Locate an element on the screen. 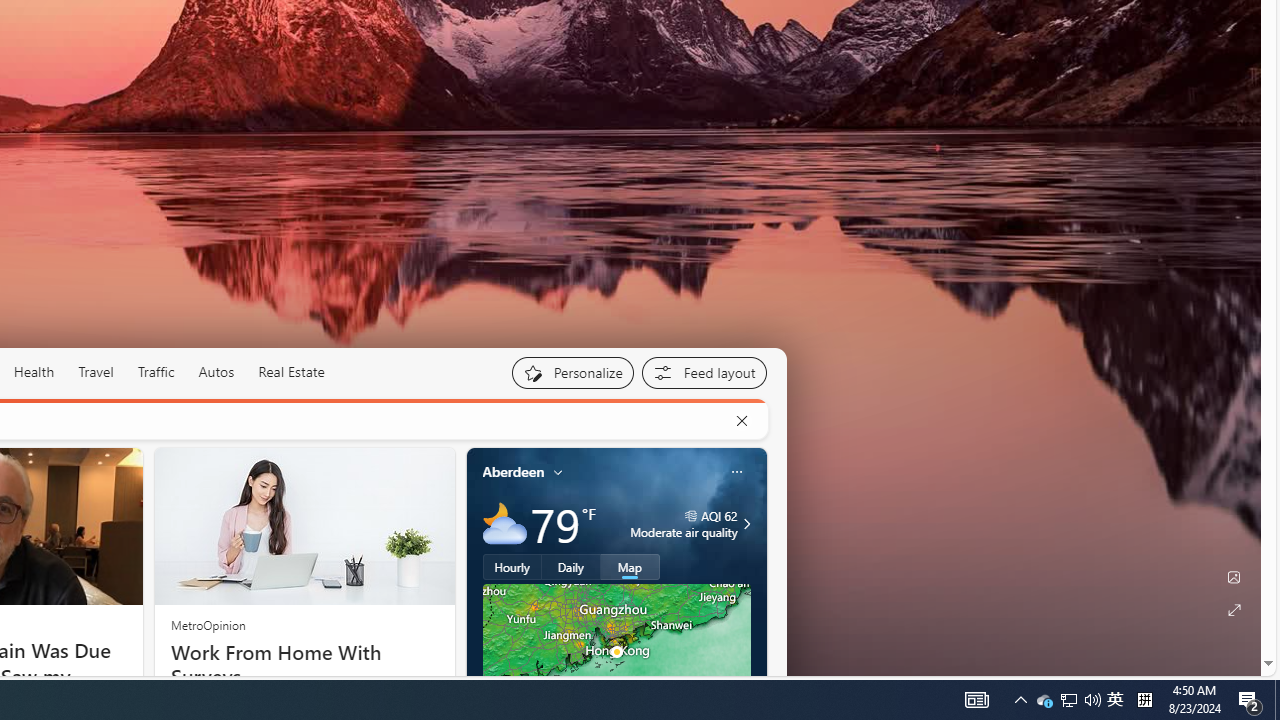 The height and width of the screenshot is (720, 1280). 'Mostly cloudy' is located at coordinates (504, 522).